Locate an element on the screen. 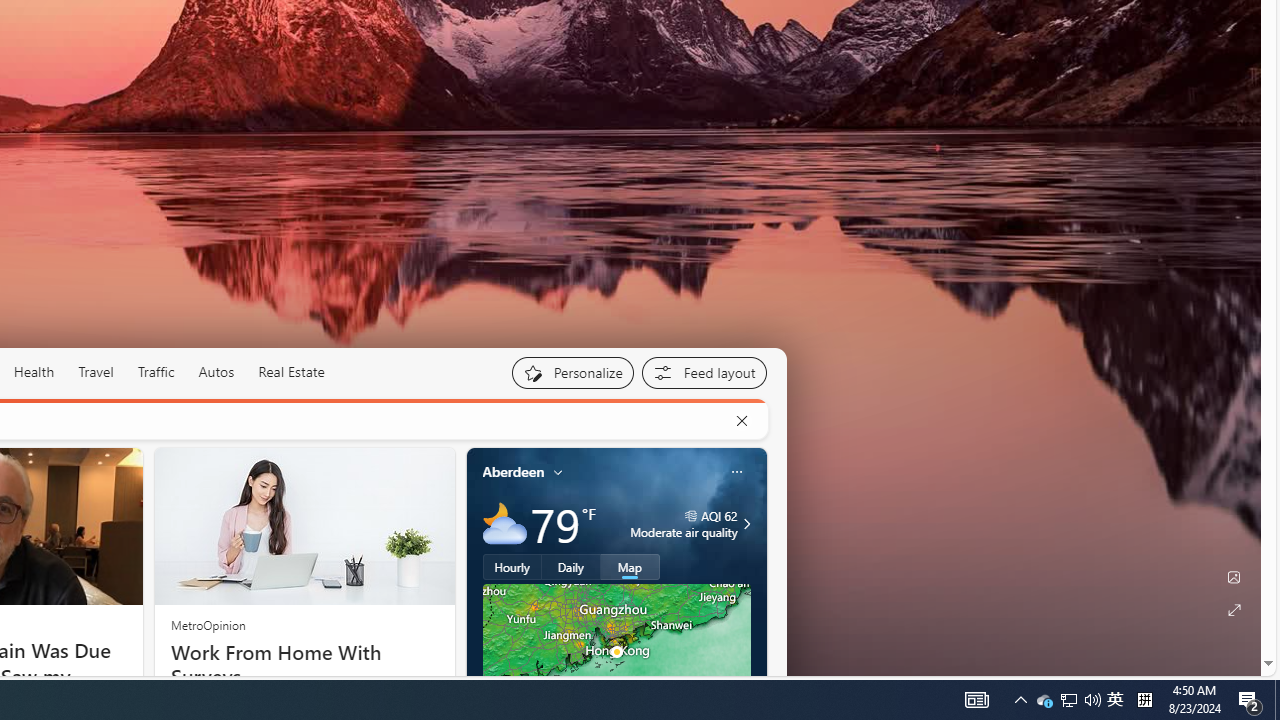 The height and width of the screenshot is (720, 1280). 'Mostly cloudy' is located at coordinates (504, 522).